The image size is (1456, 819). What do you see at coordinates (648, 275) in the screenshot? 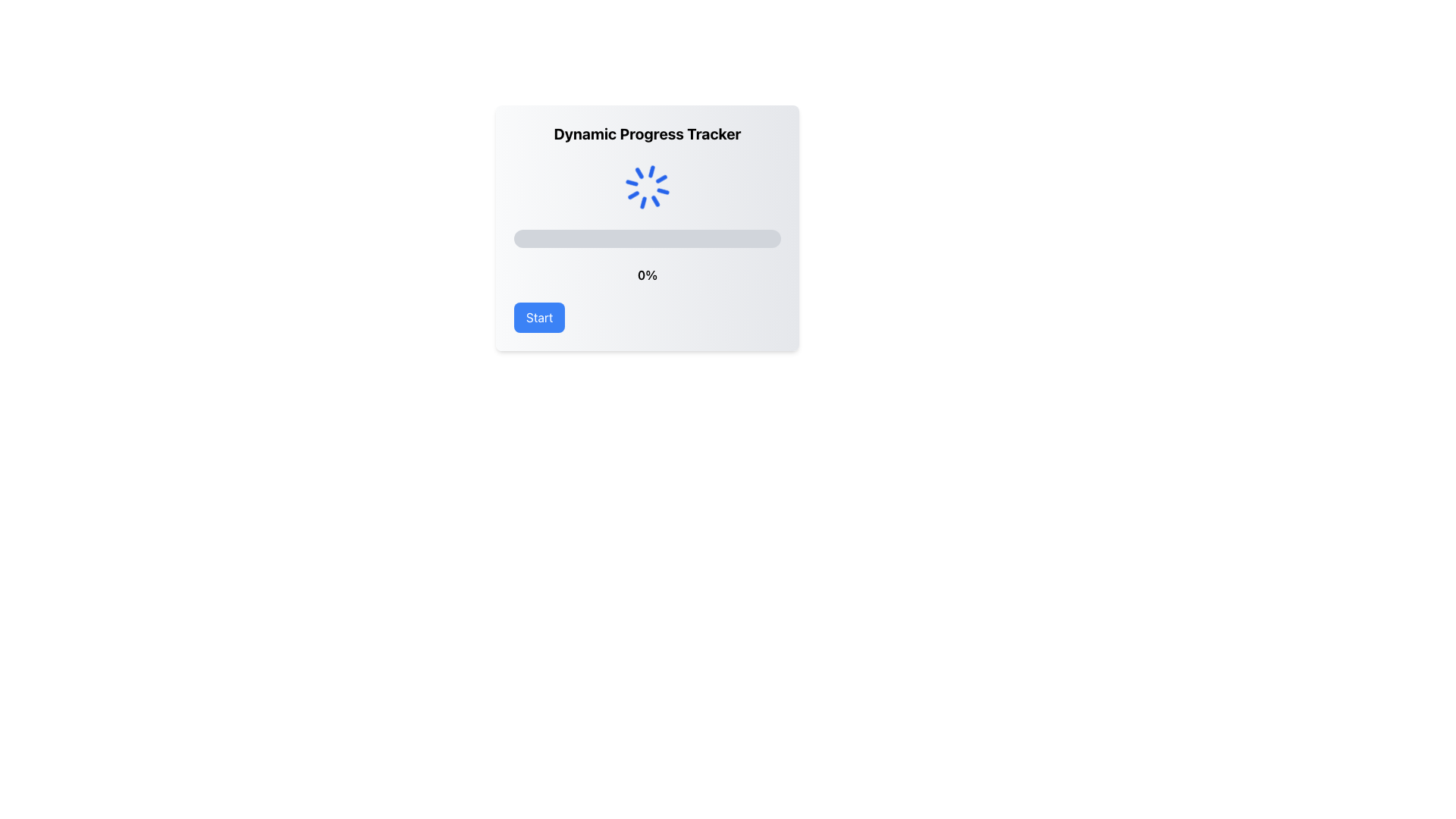
I see `the static text displaying '0%' which is positioned below the progress bar in the 'Dynamic Progress Tracker' UI component` at bounding box center [648, 275].